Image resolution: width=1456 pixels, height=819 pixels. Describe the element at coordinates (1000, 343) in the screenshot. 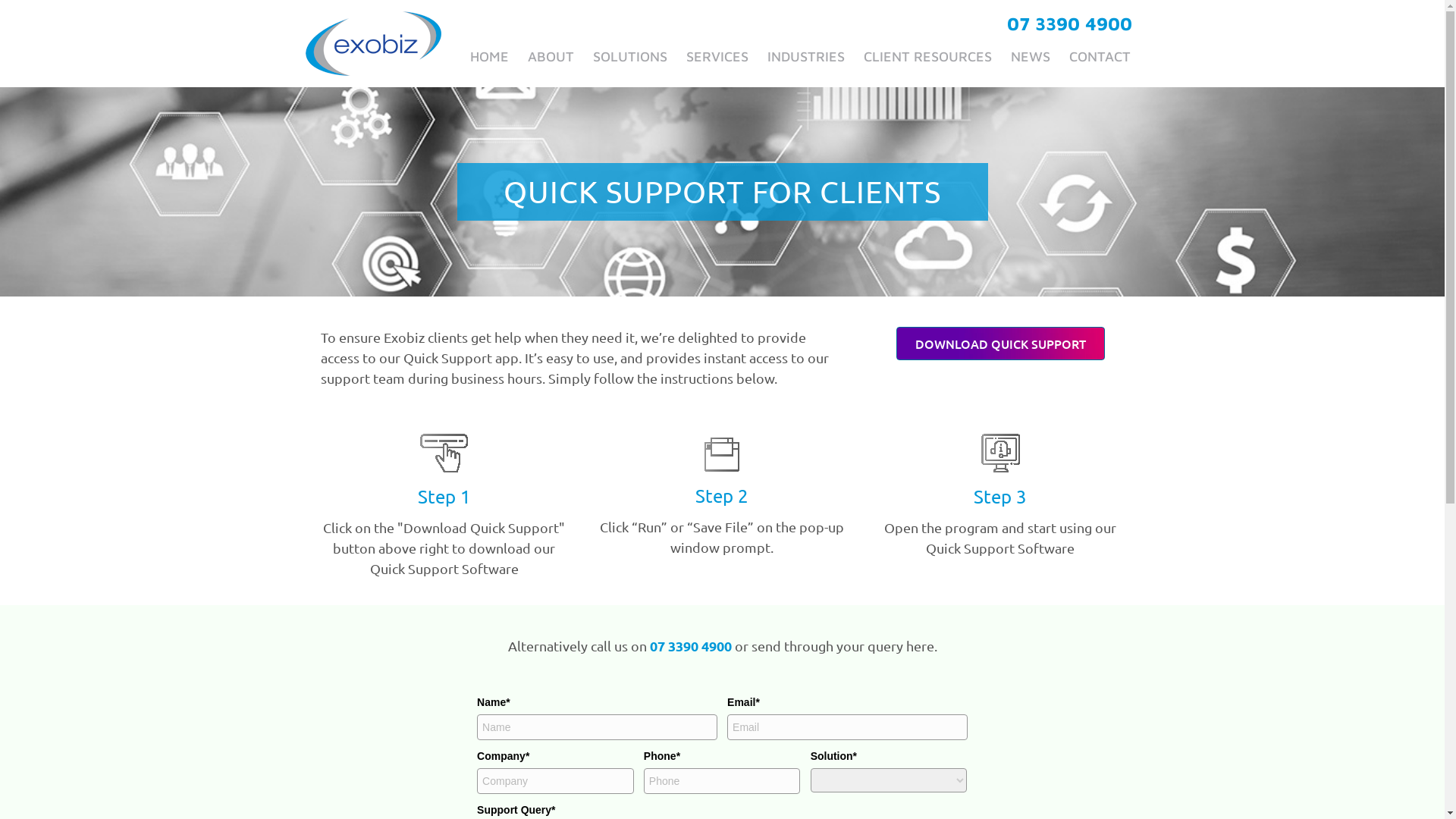

I see `'DOWNLOAD QUICK SUPPORT'` at that location.